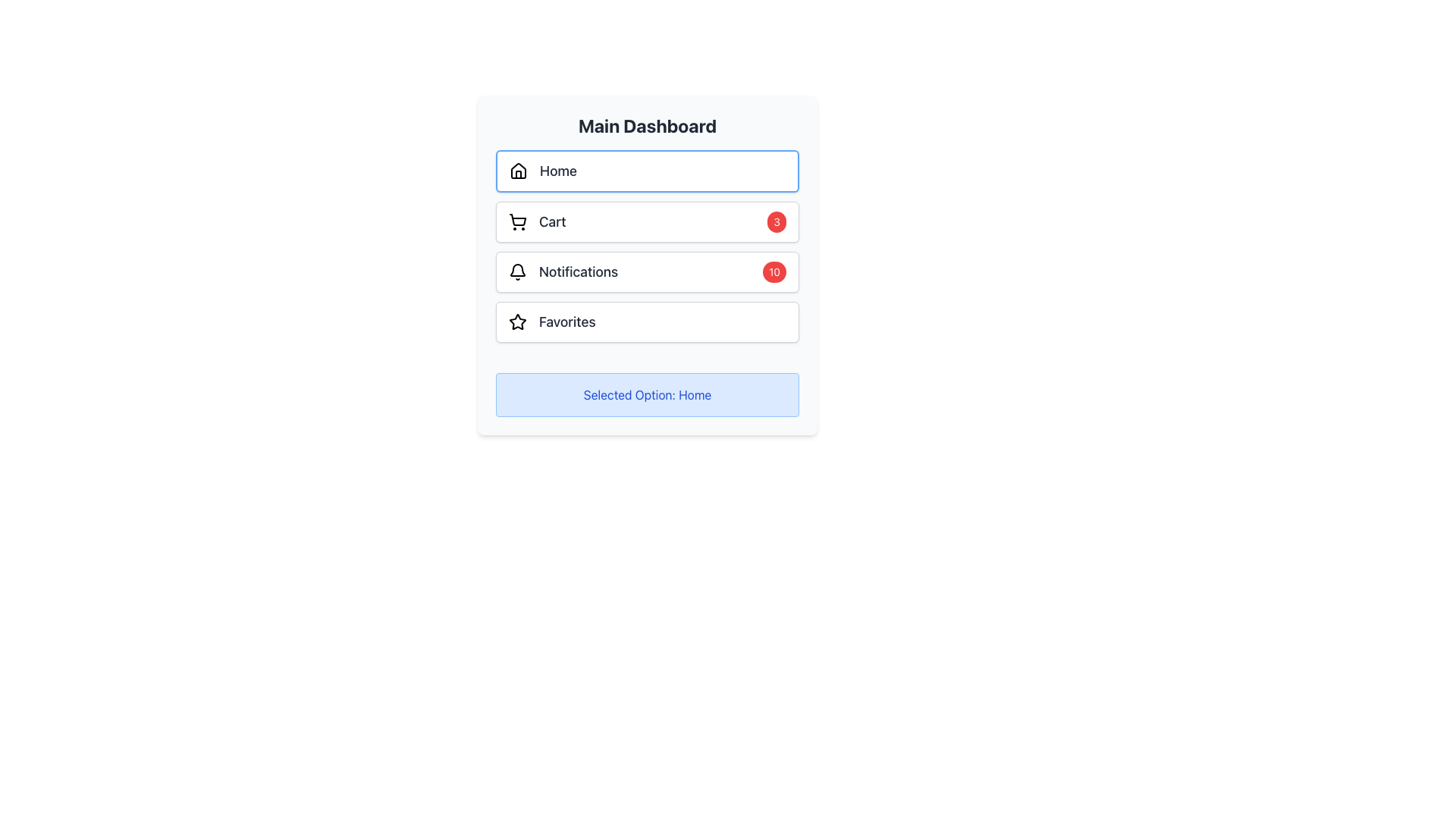  Describe the element at coordinates (648, 171) in the screenshot. I see `the 'Home' button located at the top of the navigation menu to redirect to the main page of the application` at that location.